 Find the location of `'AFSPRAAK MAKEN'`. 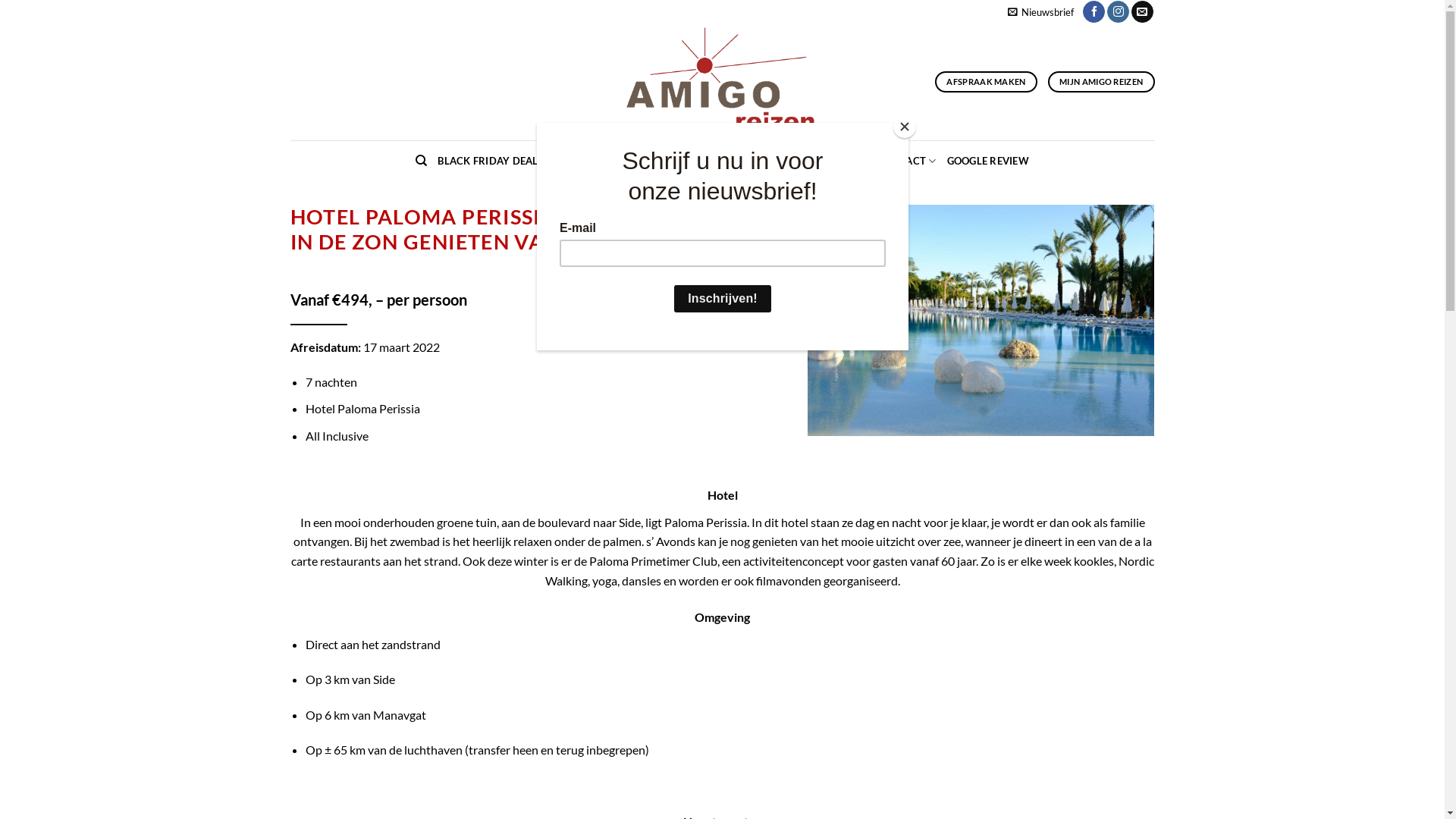

'AFSPRAAK MAKEN' is located at coordinates (934, 82).